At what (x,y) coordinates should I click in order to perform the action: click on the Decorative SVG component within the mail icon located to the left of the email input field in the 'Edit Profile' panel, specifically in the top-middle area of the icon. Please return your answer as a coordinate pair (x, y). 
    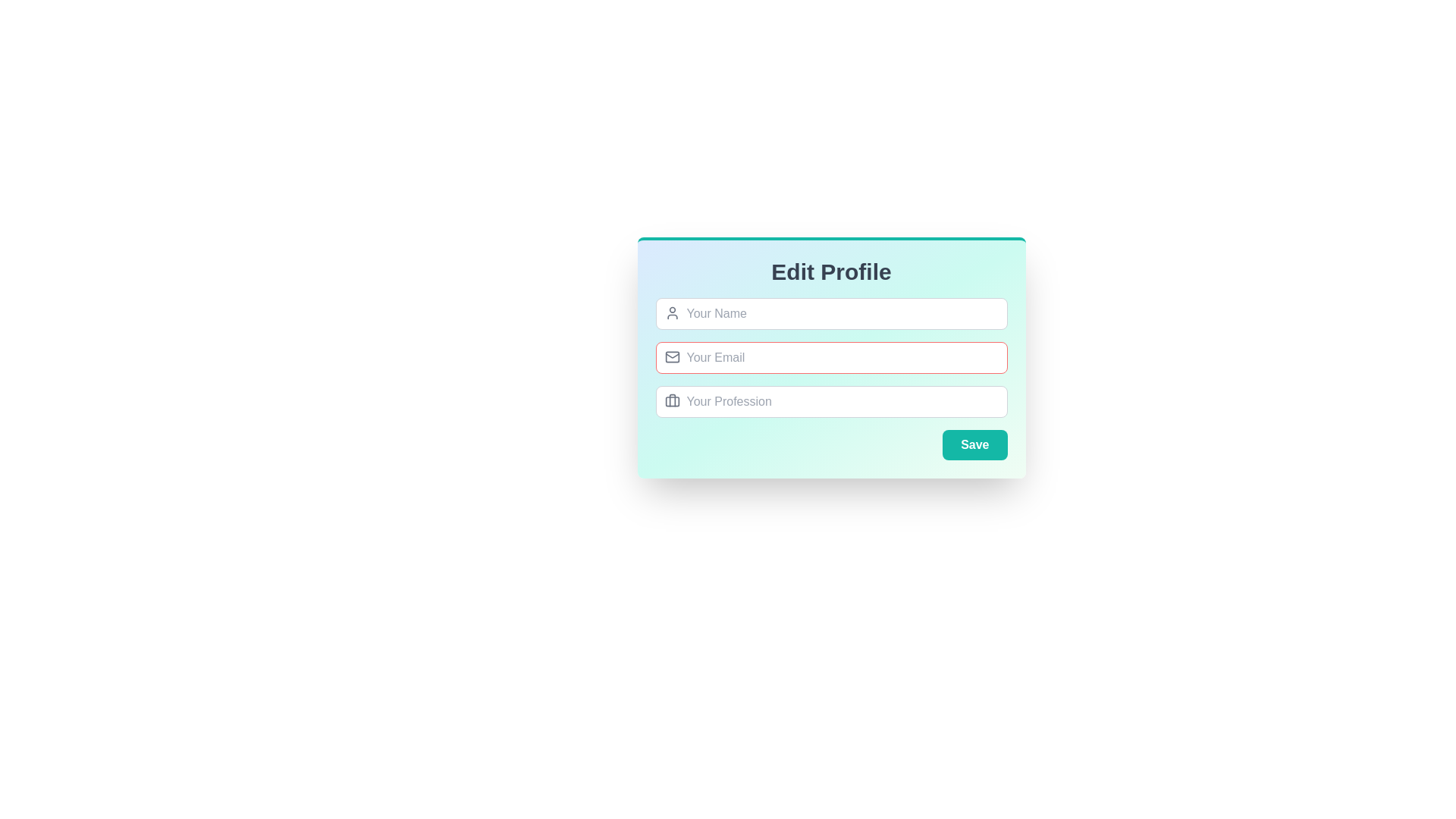
    Looking at the image, I should click on (671, 356).